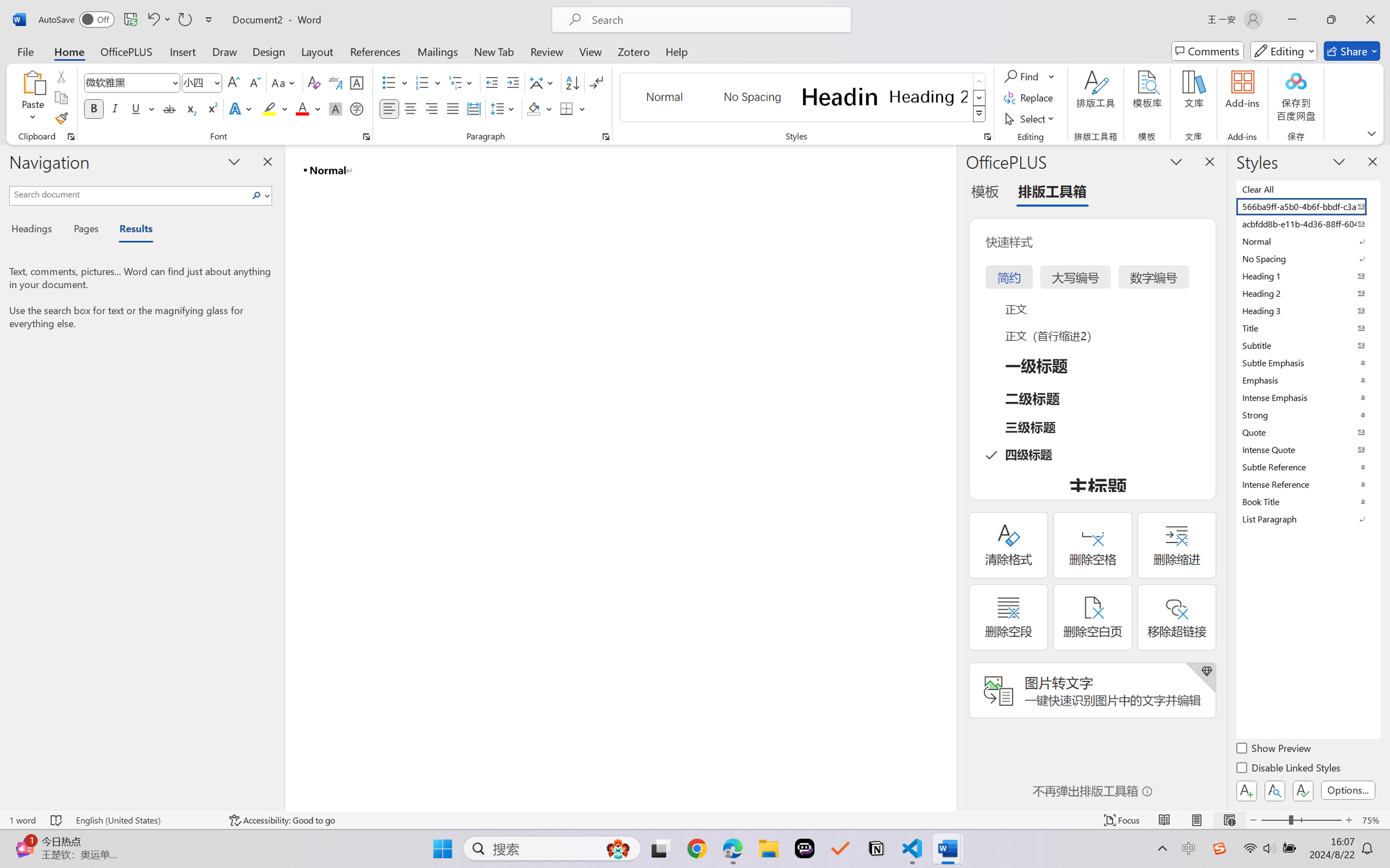  Describe the element at coordinates (1307, 467) in the screenshot. I see `'Subtle Reference'` at that location.